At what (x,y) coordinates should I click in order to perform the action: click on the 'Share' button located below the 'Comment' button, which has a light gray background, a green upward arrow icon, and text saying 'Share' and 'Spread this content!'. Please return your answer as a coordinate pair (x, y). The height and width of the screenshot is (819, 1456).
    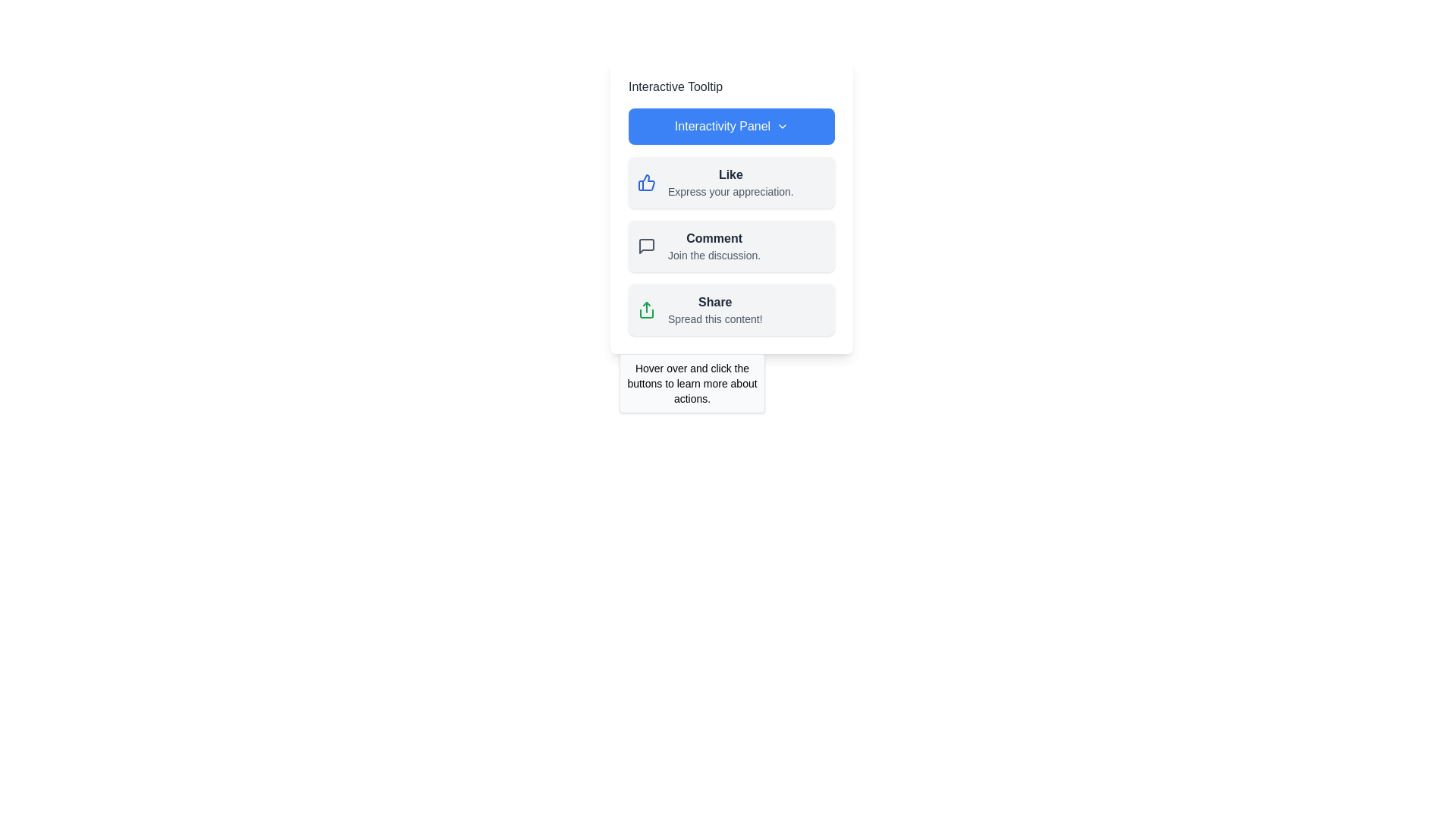
    Looking at the image, I should click on (731, 309).